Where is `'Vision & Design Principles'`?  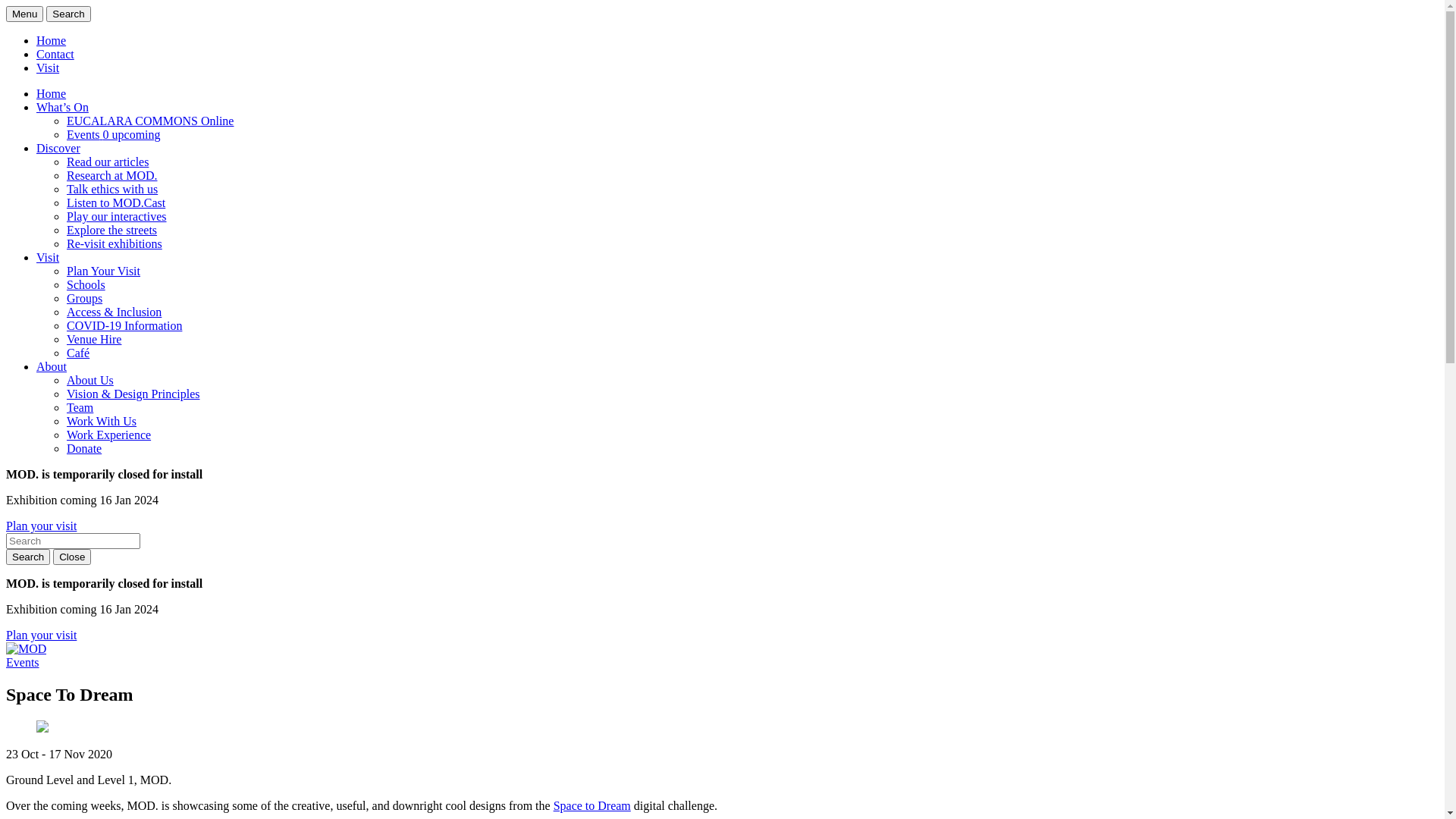 'Vision & Design Principles' is located at coordinates (65, 393).